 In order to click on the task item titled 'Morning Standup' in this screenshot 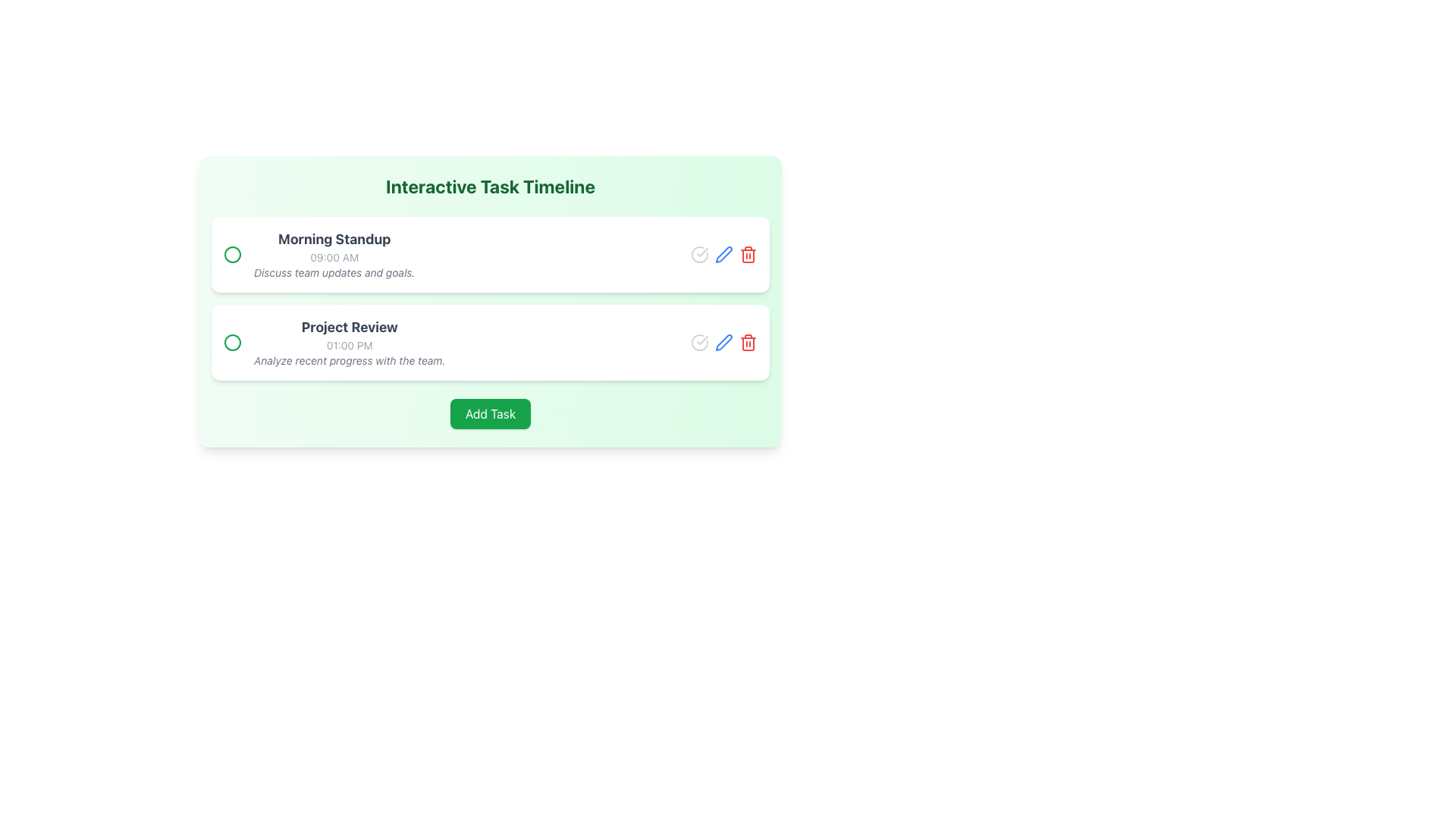, I will do `click(318, 253)`.